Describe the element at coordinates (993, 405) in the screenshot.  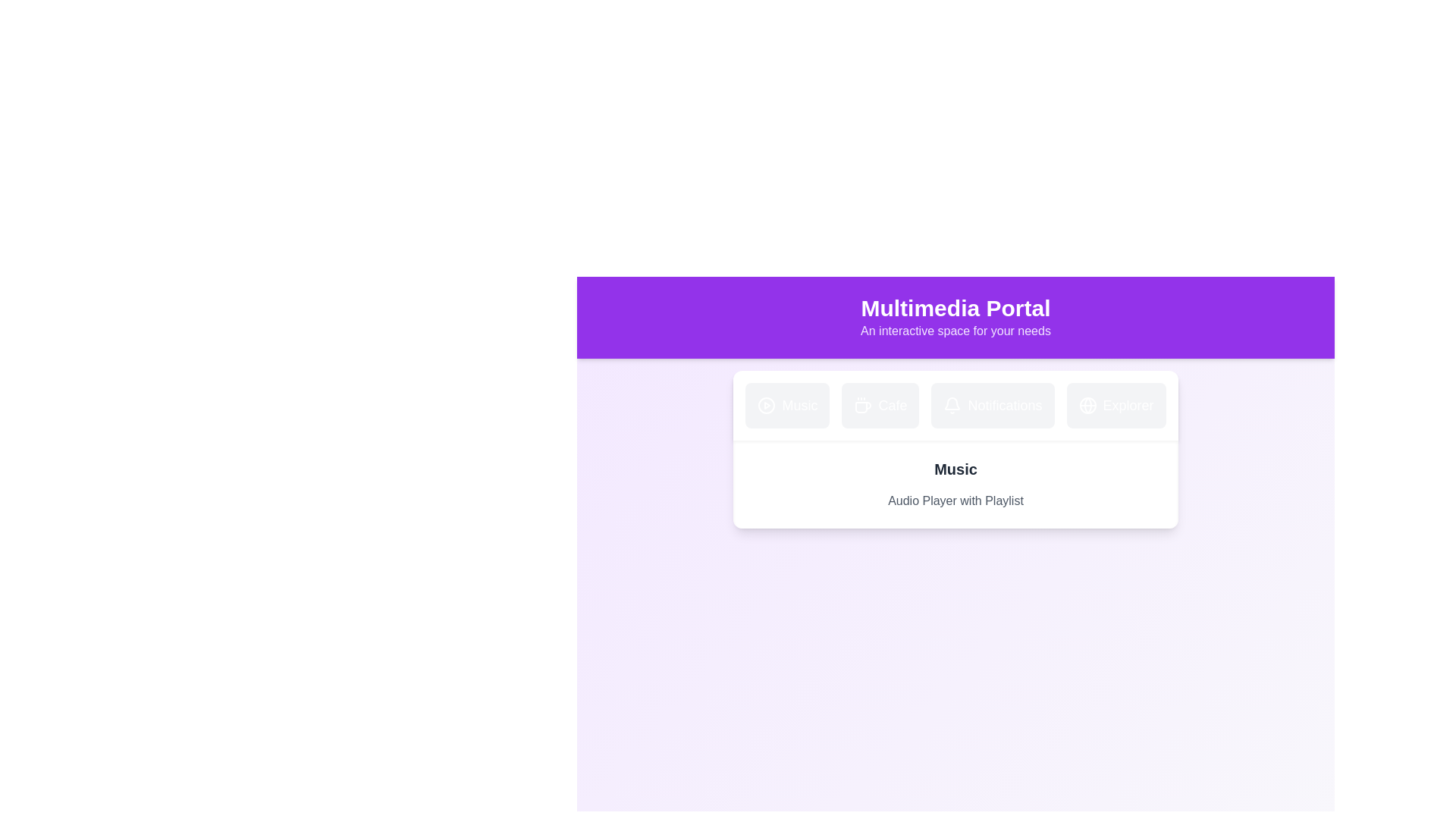
I see `the 'Notifications' button in the navigation bar` at that location.